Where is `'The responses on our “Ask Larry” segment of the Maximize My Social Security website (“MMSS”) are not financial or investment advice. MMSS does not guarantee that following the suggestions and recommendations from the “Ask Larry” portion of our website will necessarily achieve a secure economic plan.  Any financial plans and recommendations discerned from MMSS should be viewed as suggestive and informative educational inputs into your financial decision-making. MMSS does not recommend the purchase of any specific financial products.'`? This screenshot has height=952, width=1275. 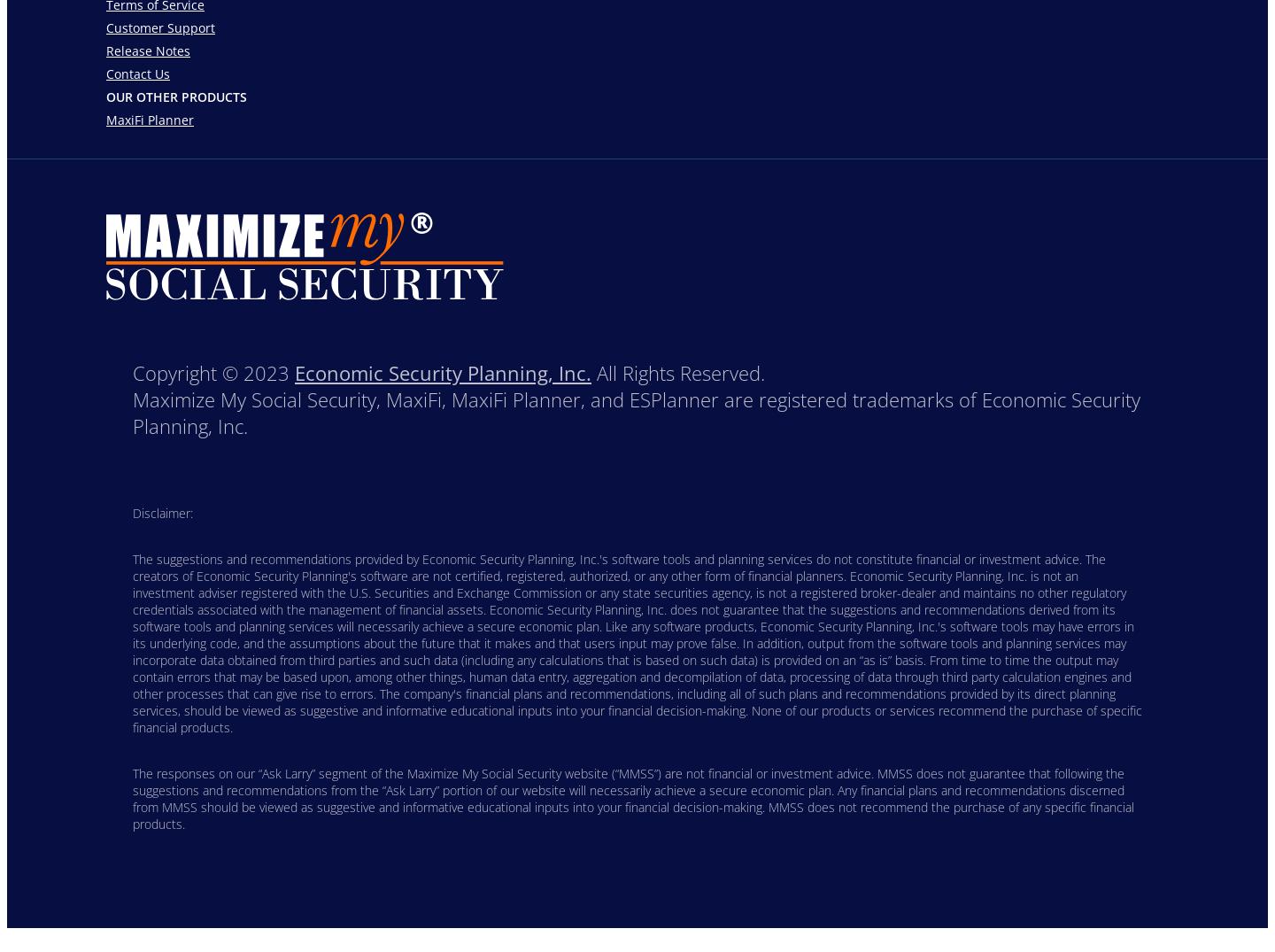
'The responses on our “Ask Larry” segment of the Maximize My Social Security website (“MMSS”) are not financial or investment advice. MMSS does not guarantee that following the suggestions and recommendations from the “Ask Larry” portion of our website will necessarily achieve a secure economic plan.  Any financial plans and recommendations discerned from MMSS should be viewed as suggestive and informative educational inputs into your financial decision-making. MMSS does not recommend the purchase of any specific financial products.' is located at coordinates (132, 798).